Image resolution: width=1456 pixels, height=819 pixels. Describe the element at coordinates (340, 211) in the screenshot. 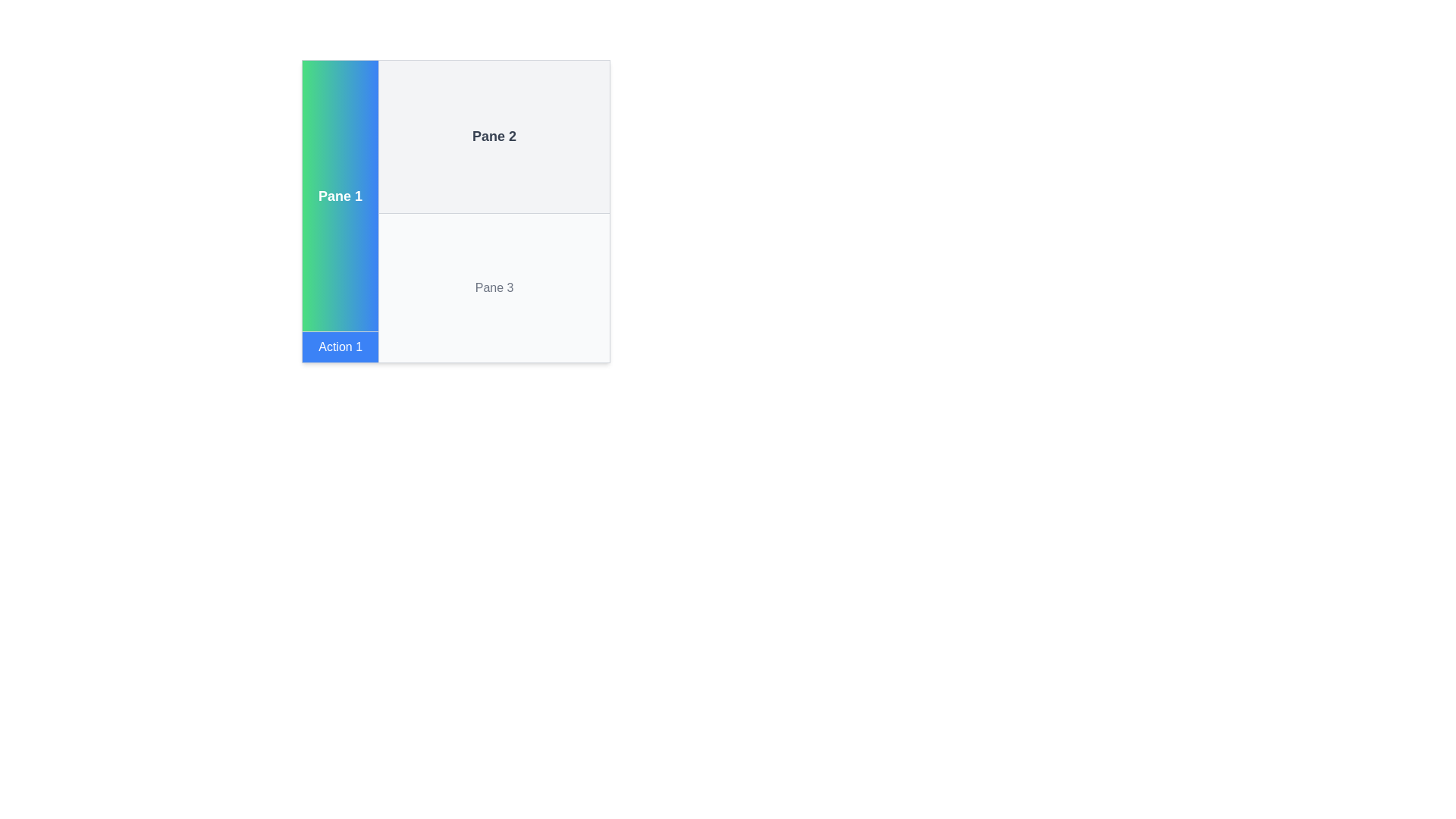

I see `the first pane in the multi-pane layout, which serves as a visual and textual identifier for the section, located in the leftmost column` at that location.